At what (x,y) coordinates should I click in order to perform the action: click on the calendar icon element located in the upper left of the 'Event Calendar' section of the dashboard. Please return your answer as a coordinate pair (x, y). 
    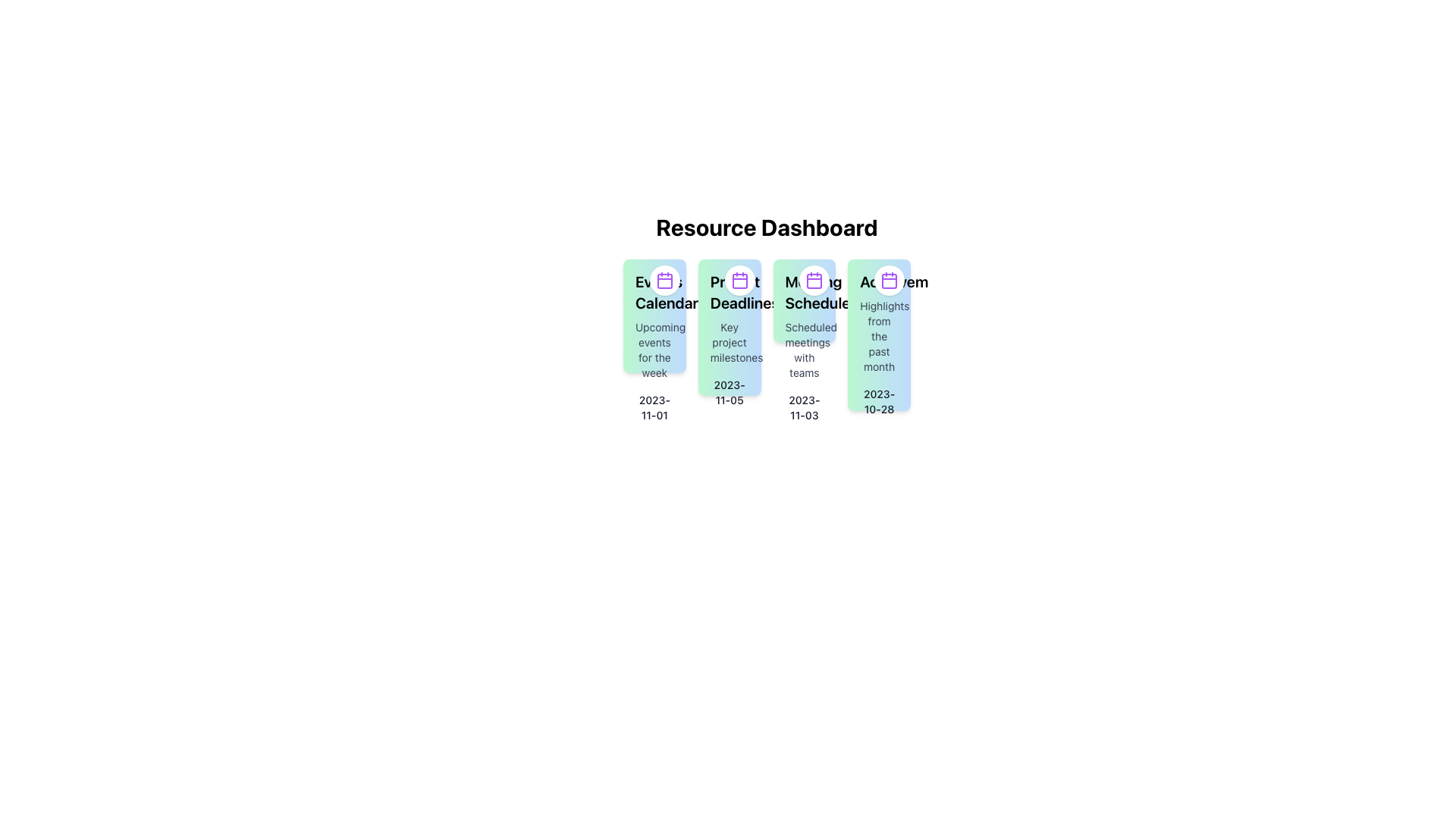
    Looking at the image, I should click on (664, 281).